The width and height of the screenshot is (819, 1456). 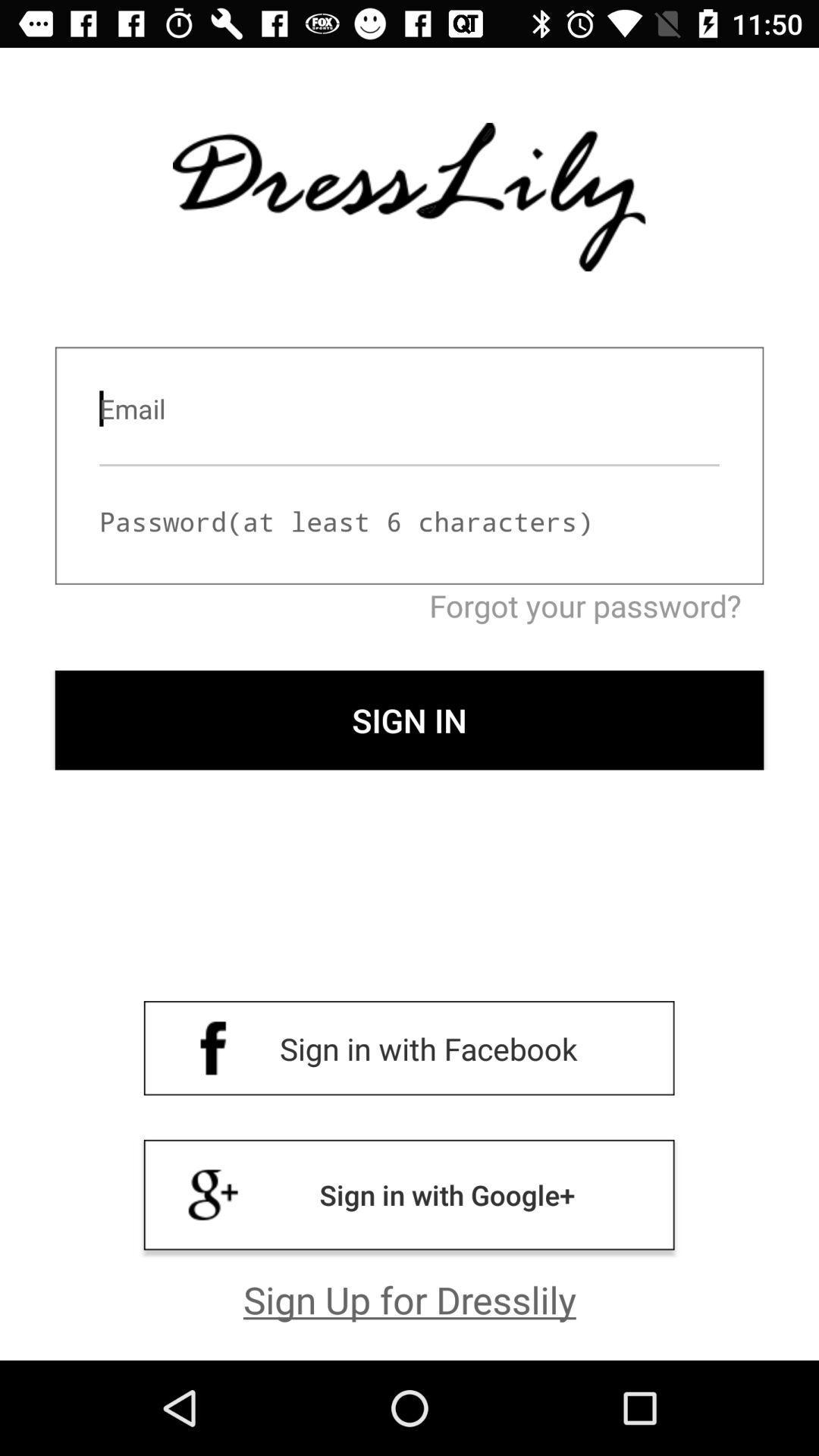 What do you see at coordinates (409, 604) in the screenshot?
I see `forgot your password? item` at bounding box center [409, 604].